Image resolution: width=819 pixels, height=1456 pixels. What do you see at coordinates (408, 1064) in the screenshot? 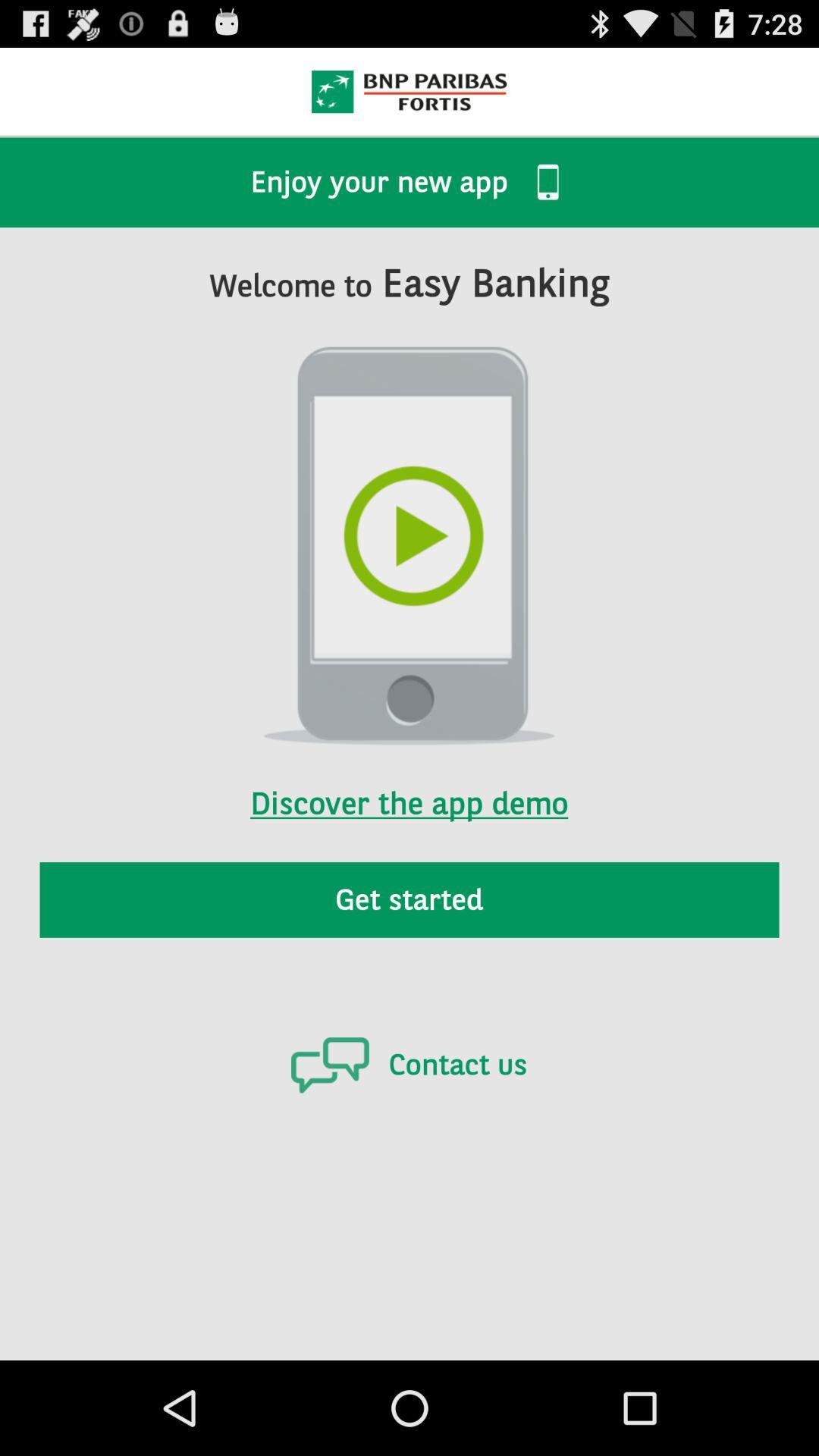
I see `the contact us` at bounding box center [408, 1064].